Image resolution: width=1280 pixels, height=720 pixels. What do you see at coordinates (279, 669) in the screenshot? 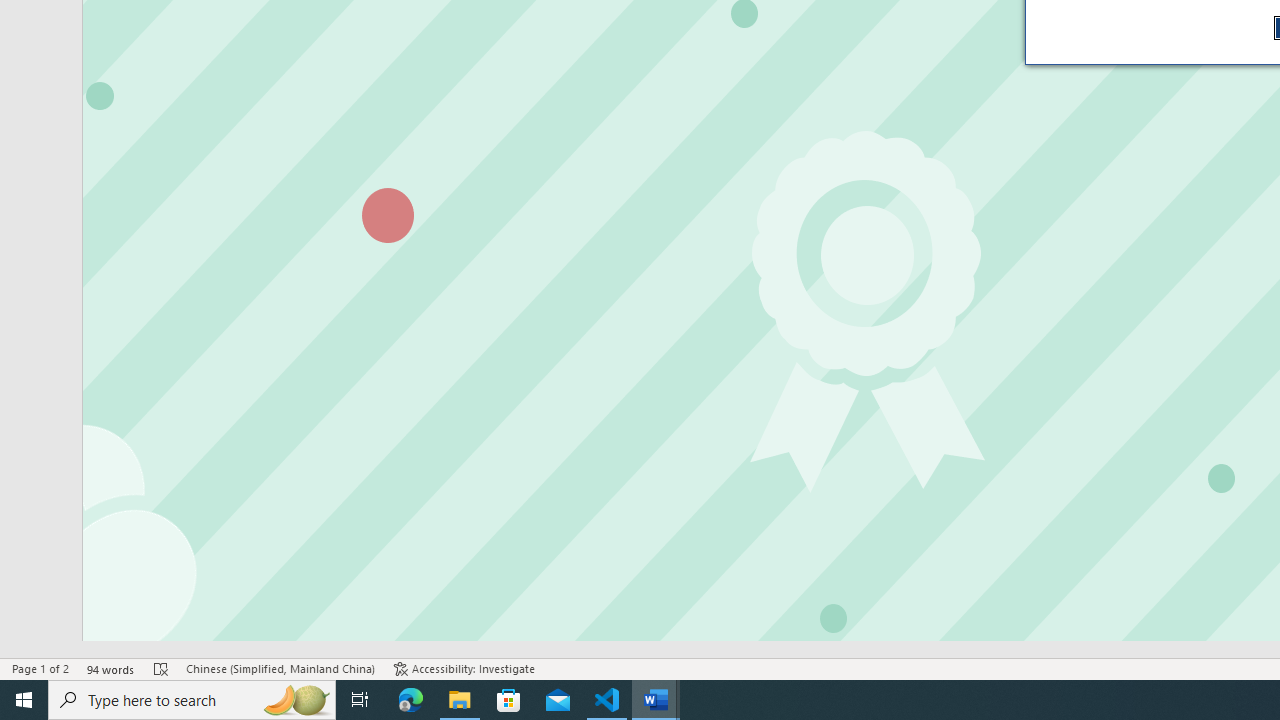
I see `'Language Chinese (Simplified, Mainland China)'` at bounding box center [279, 669].